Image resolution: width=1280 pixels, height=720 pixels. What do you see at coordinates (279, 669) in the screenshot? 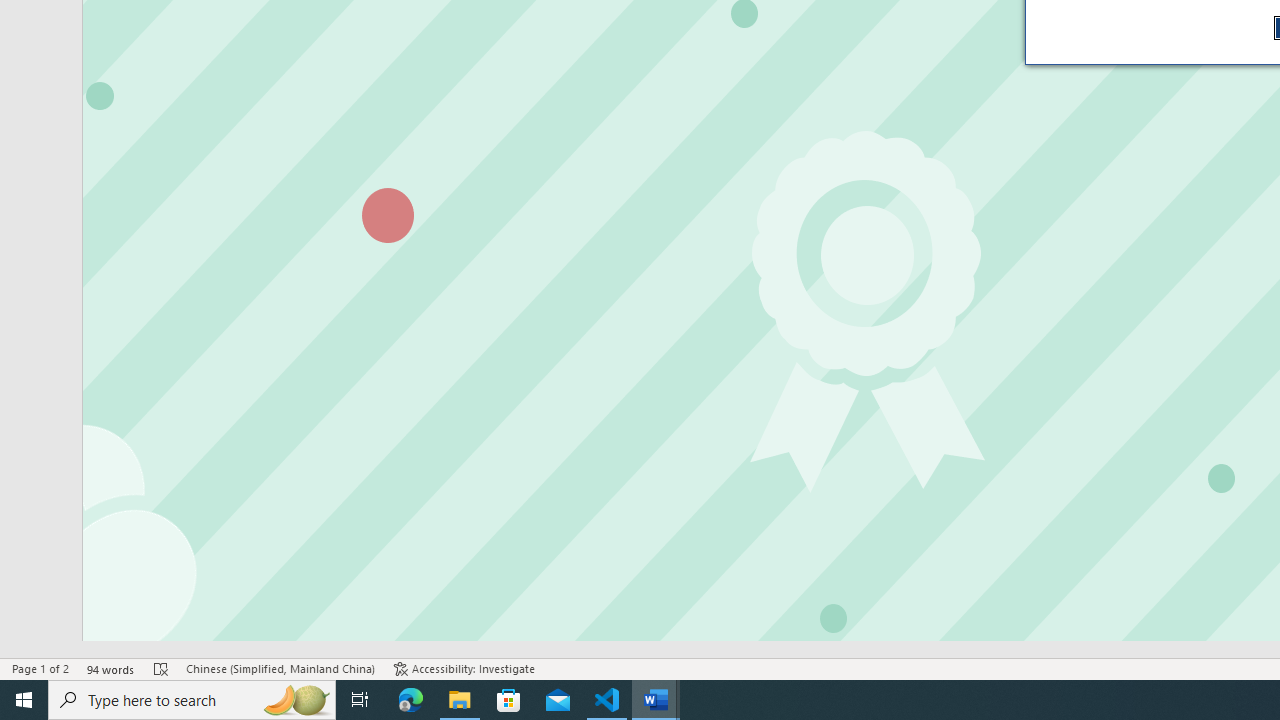
I see `'Language Chinese (Simplified, Mainland China)'` at bounding box center [279, 669].